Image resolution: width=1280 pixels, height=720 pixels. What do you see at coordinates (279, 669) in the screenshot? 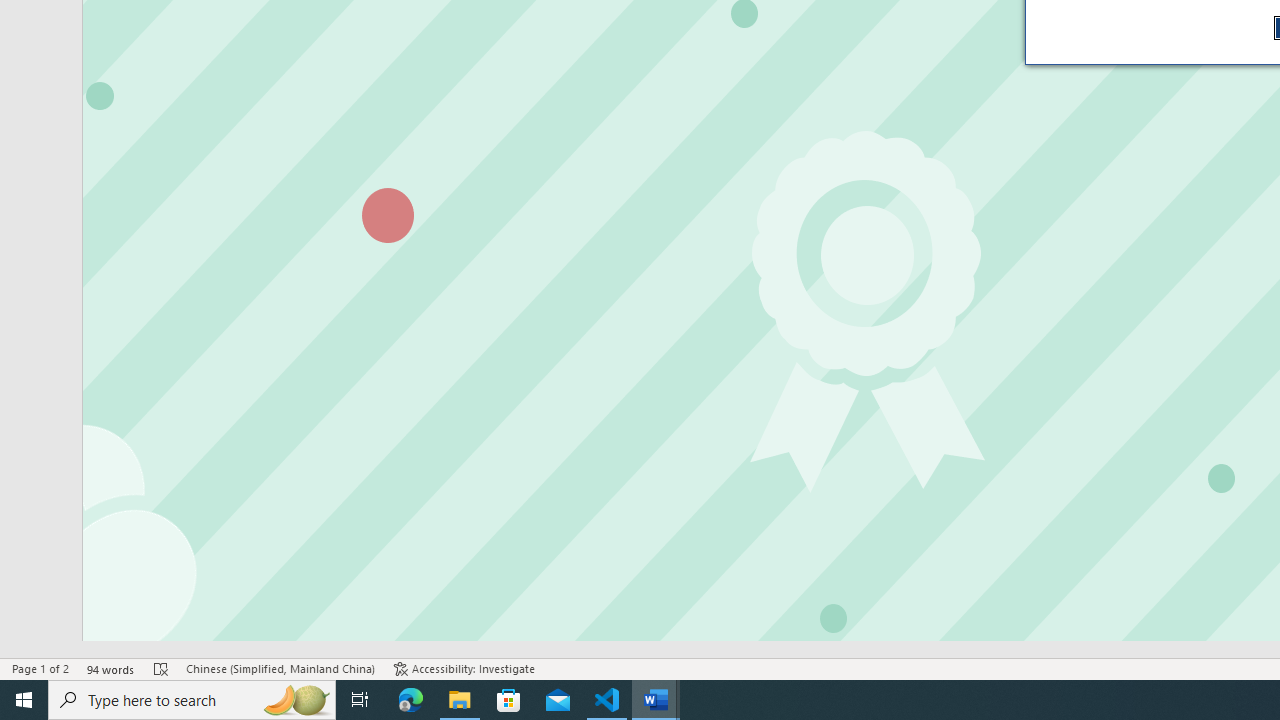
I see `'Language Chinese (Simplified, Mainland China)'` at bounding box center [279, 669].